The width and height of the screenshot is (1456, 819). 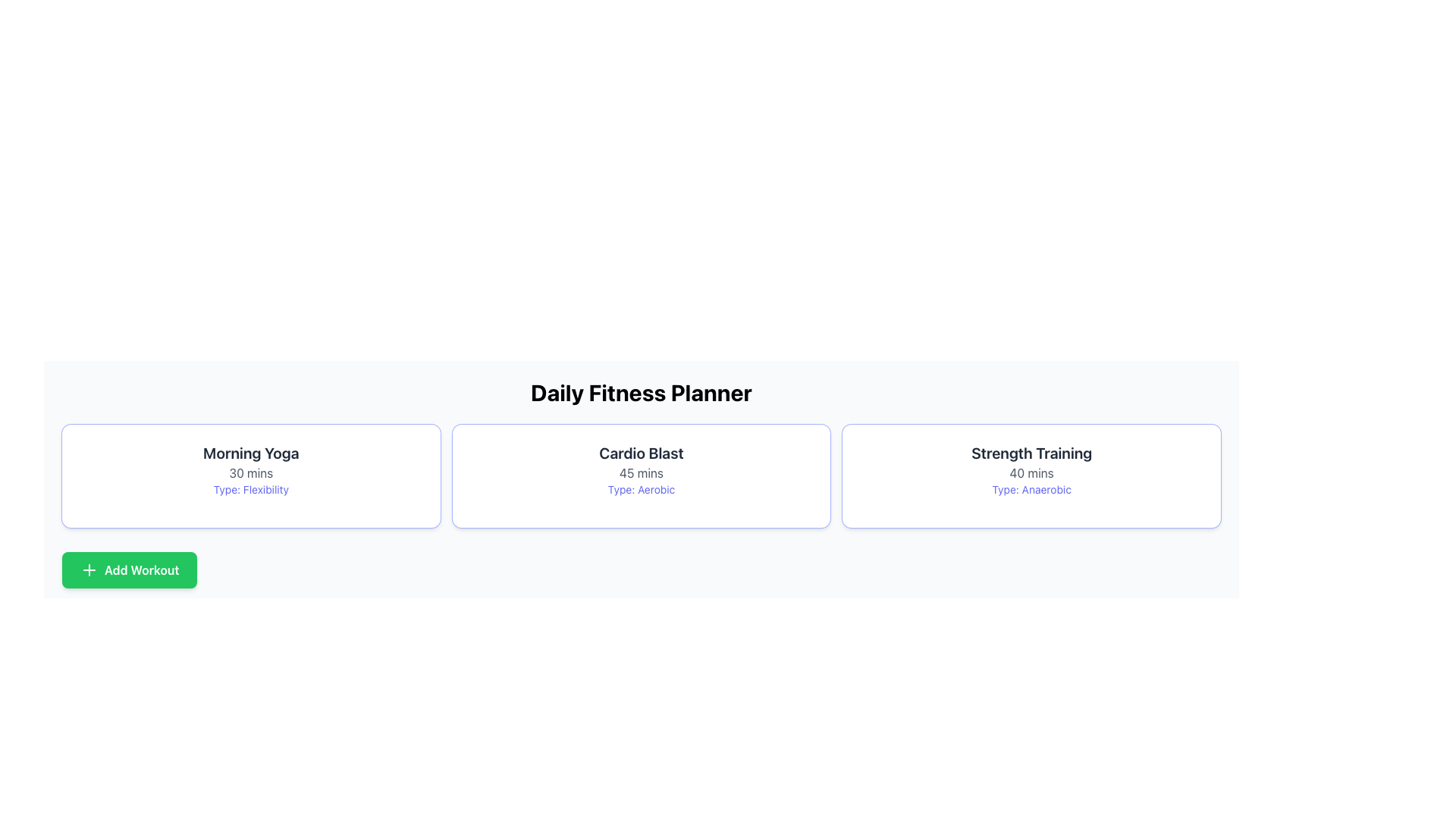 I want to click on static text label that describes the workout type as 'Aerobic' located within the 'Cardio Blast' workout information card, so click(x=641, y=489).